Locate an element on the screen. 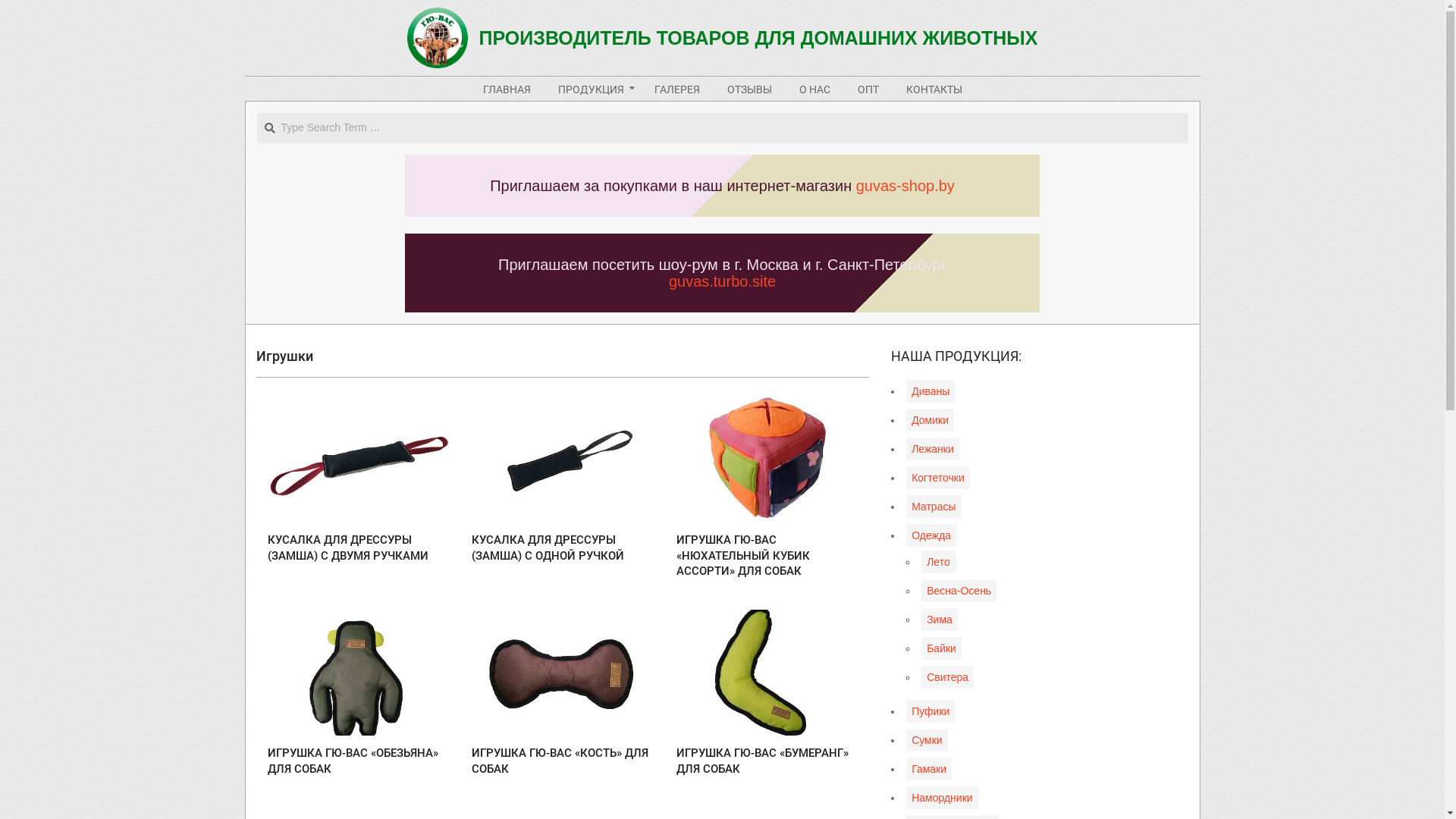 The height and width of the screenshot is (819, 1456). 'guvas-shop.by' is located at coordinates (905, 185).